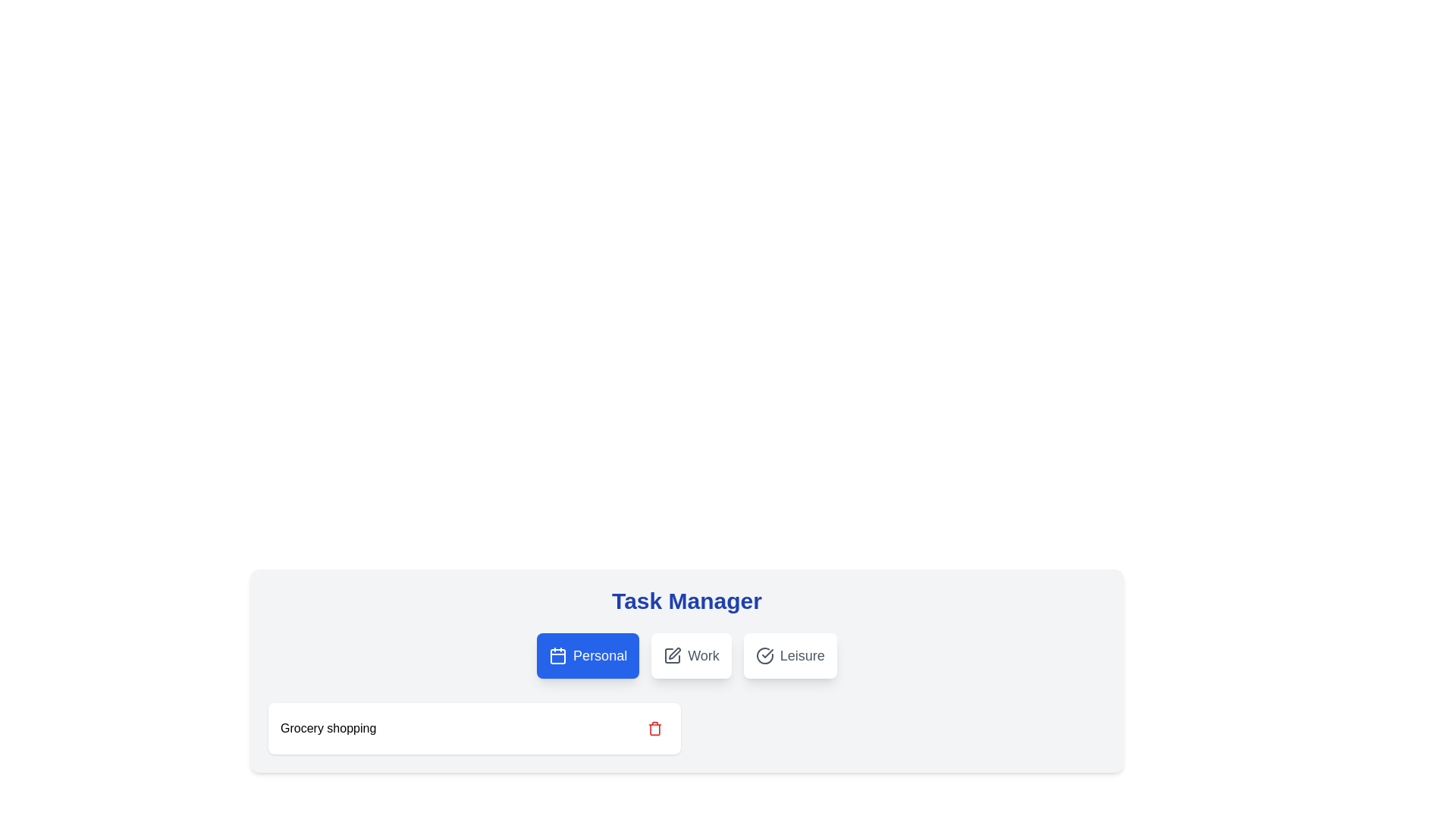 The height and width of the screenshot is (819, 1456). What do you see at coordinates (767, 652) in the screenshot?
I see `the inner checkmark graphic of the circular 'checkmark' icon located to the upper-right of the 'Leisure' button` at bounding box center [767, 652].